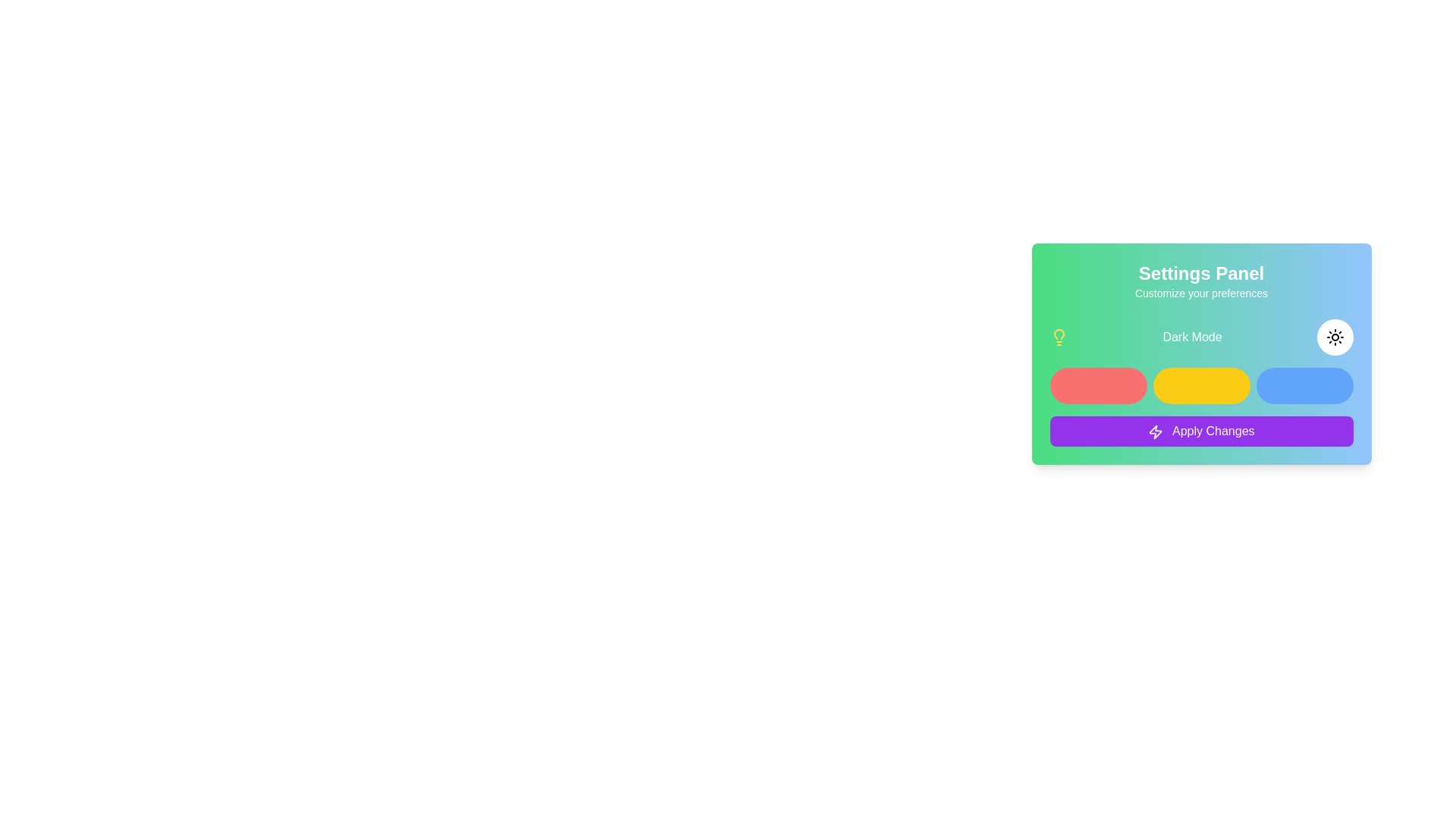 The width and height of the screenshot is (1456, 819). Describe the element at coordinates (1155, 431) in the screenshot. I see `the 'Apply Changes' button that contains the lightning bolt icon` at that location.